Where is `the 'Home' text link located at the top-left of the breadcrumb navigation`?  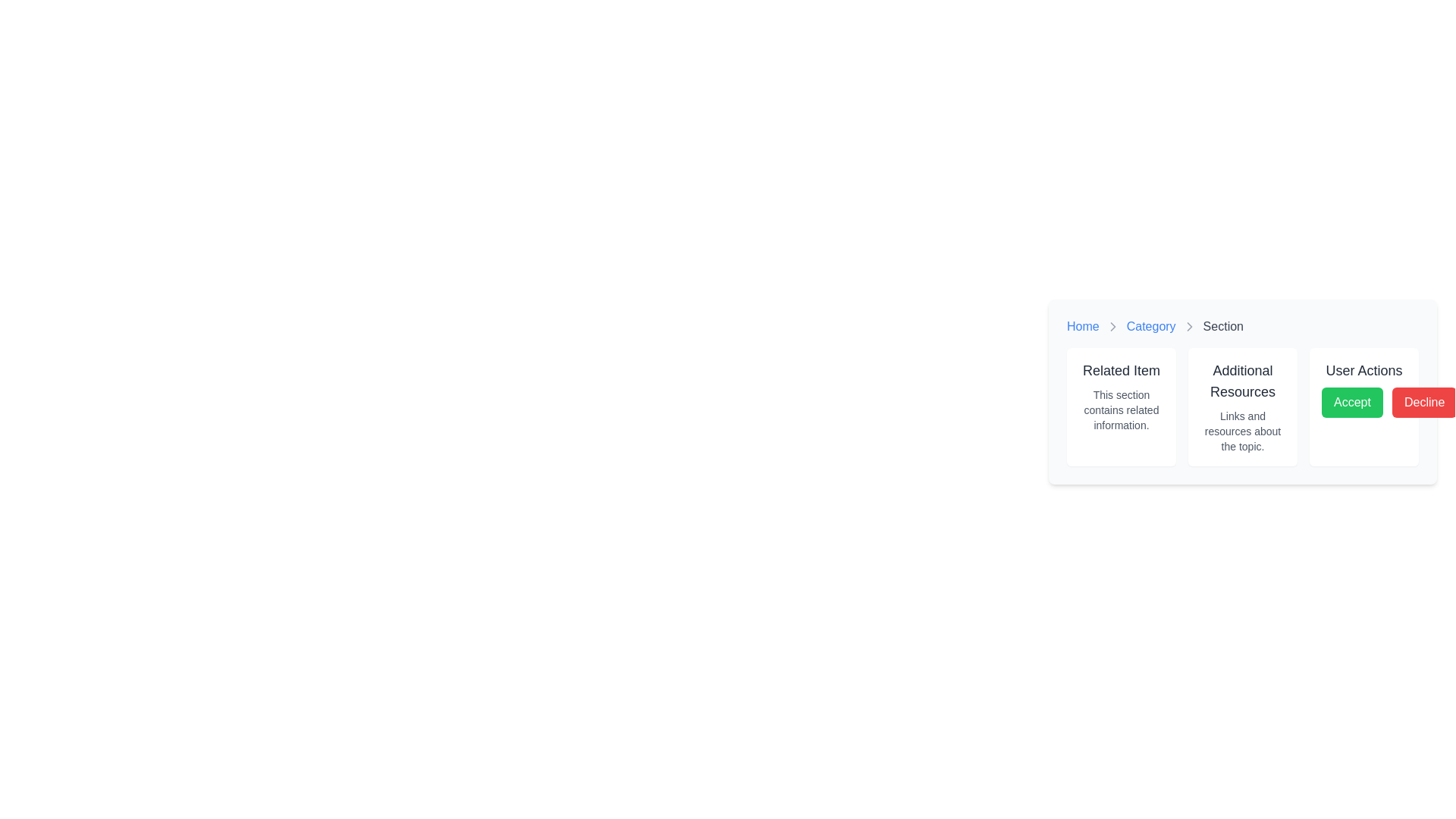
the 'Home' text link located at the top-left of the breadcrumb navigation is located at coordinates (1082, 326).